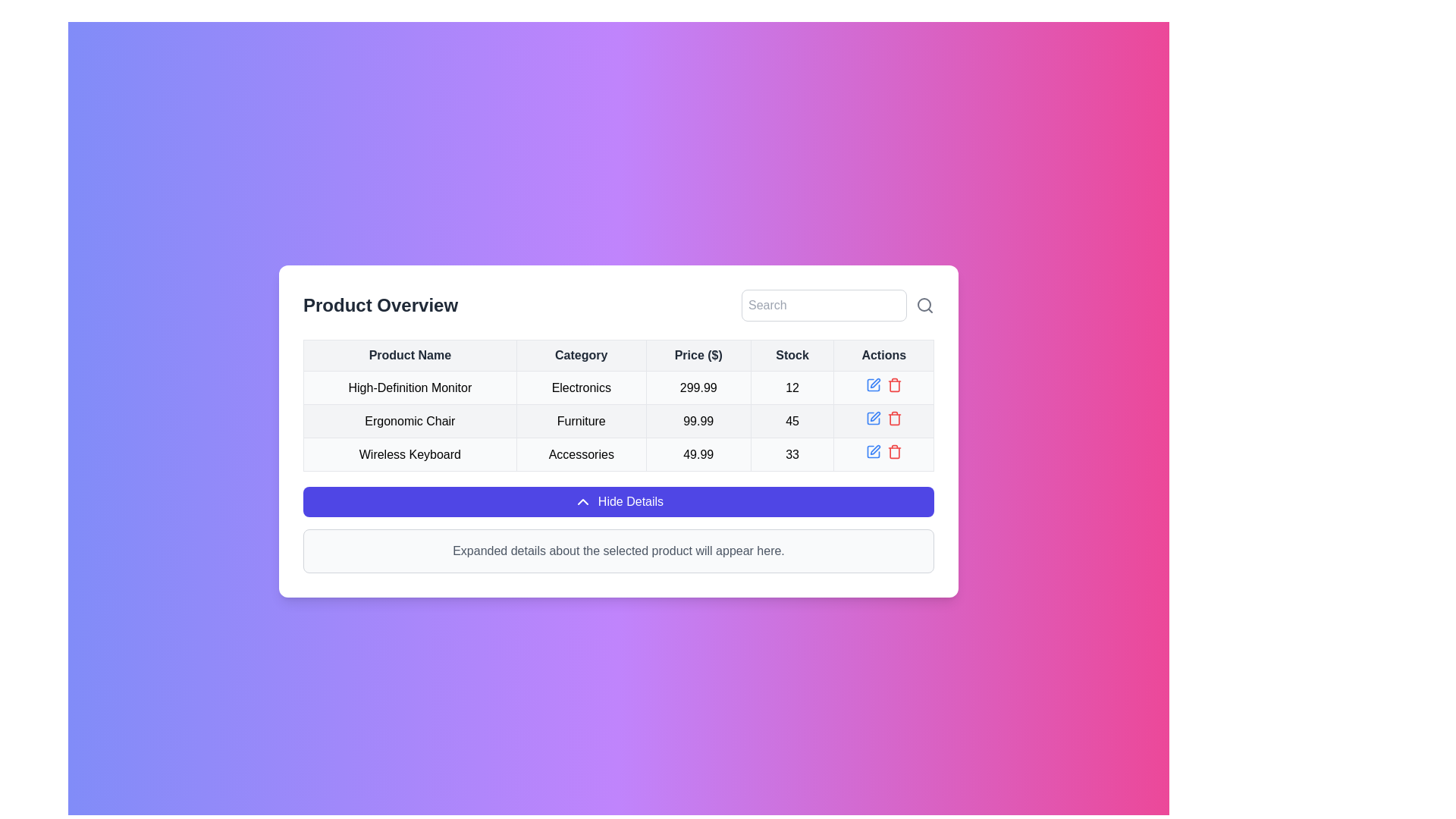 This screenshot has width=1456, height=819. What do you see at coordinates (792, 421) in the screenshot?
I see `the static text element displaying the stock quantity for the product 'Ergonomic Chair', located in the fourth column of the second row in the table` at bounding box center [792, 421].